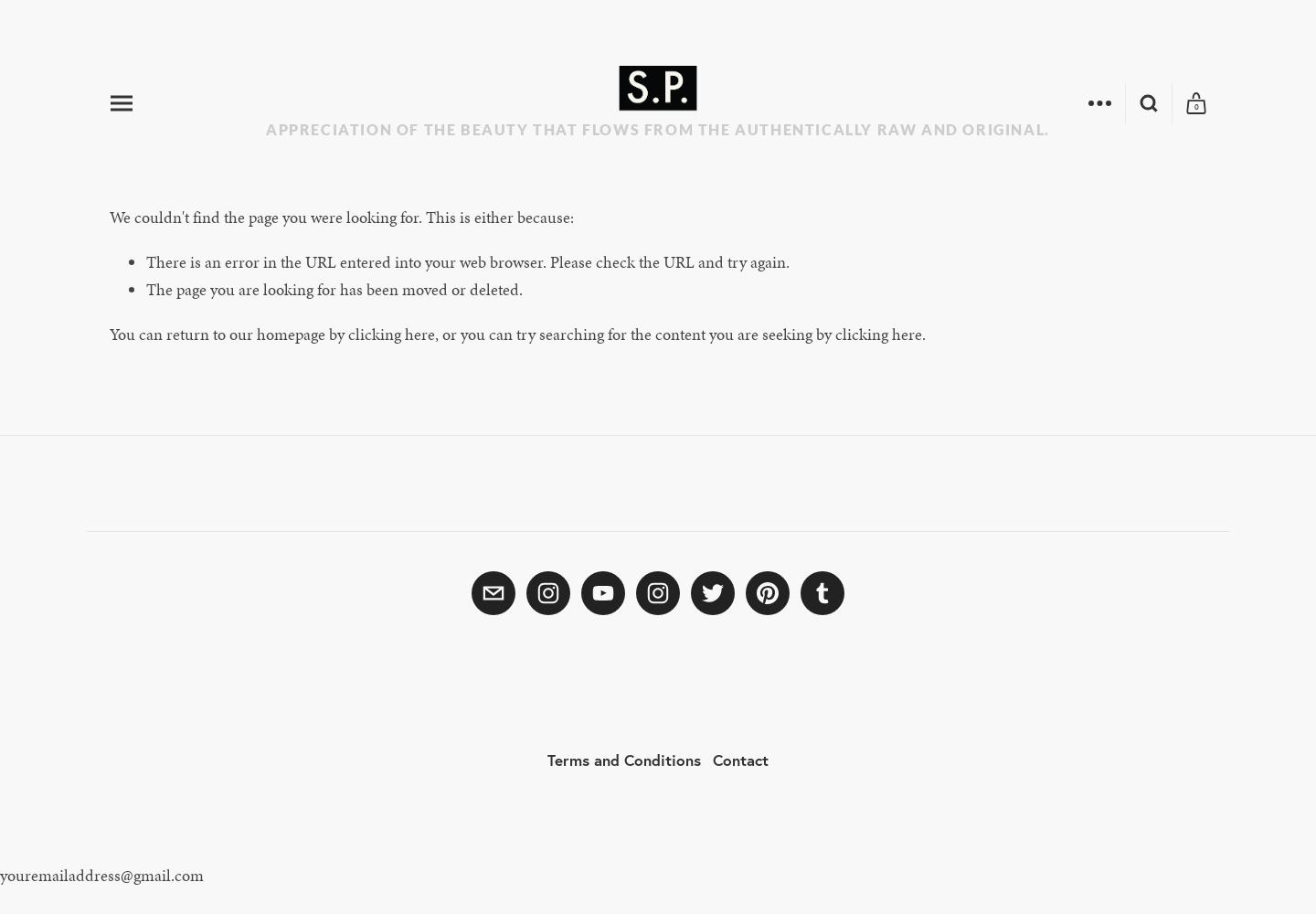 This screenshot has width=1316, height=914. I want to click on ', or you can try searching for the
  content you are seeking by', so click(634, 332).